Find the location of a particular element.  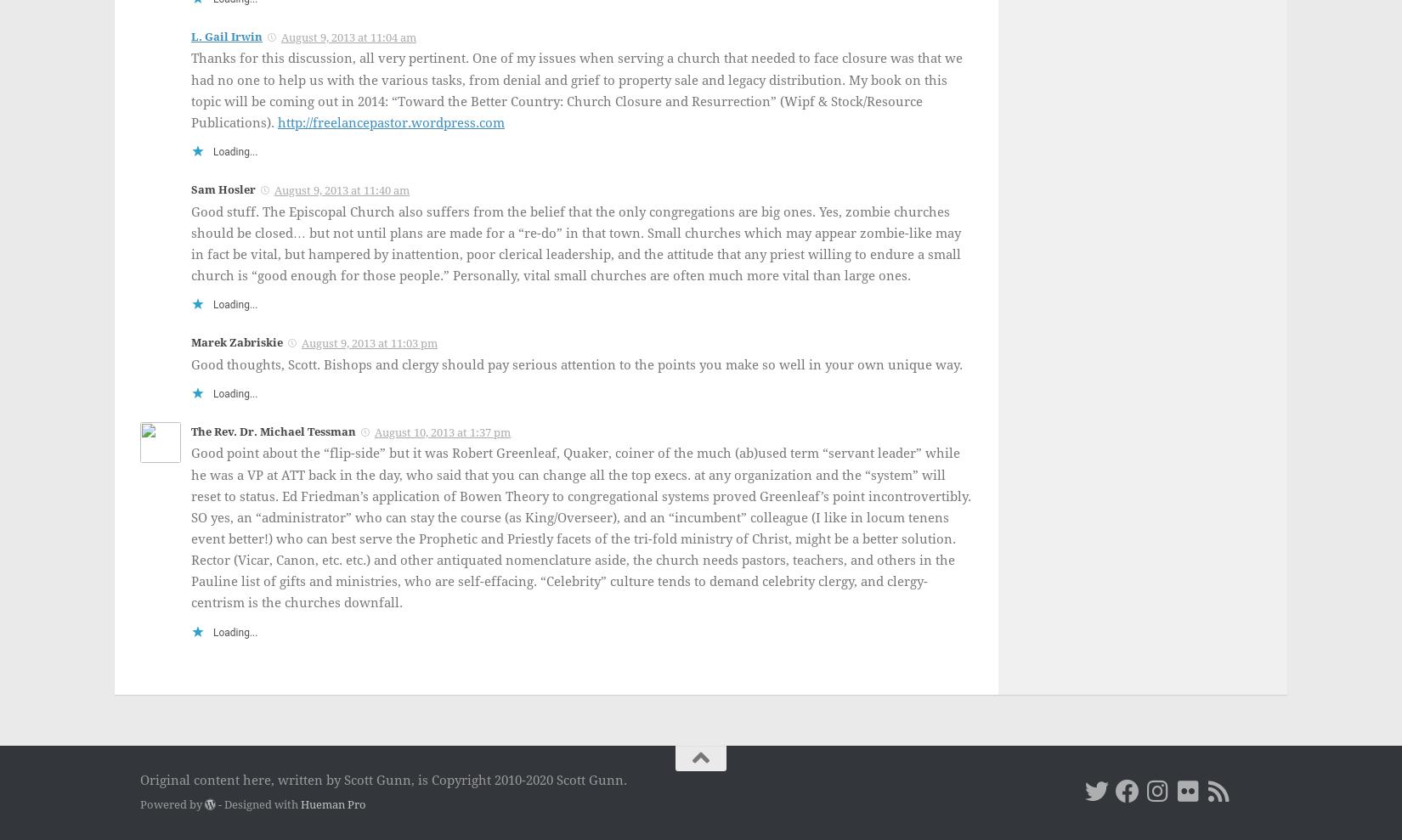

'Thanks for this discussion, all very pertinent.  One of my issues when serving a church that needed to face closure was that we had no one to help us with the various tasks, from denial and grief to property sale and legacy distribution.  My book on this topic will be coming out in 2014: “Toward the Better Country: Church Closure and Resurrection” (Wipf & Stock/Resource Publications).' is located at coordinates (575, 90).